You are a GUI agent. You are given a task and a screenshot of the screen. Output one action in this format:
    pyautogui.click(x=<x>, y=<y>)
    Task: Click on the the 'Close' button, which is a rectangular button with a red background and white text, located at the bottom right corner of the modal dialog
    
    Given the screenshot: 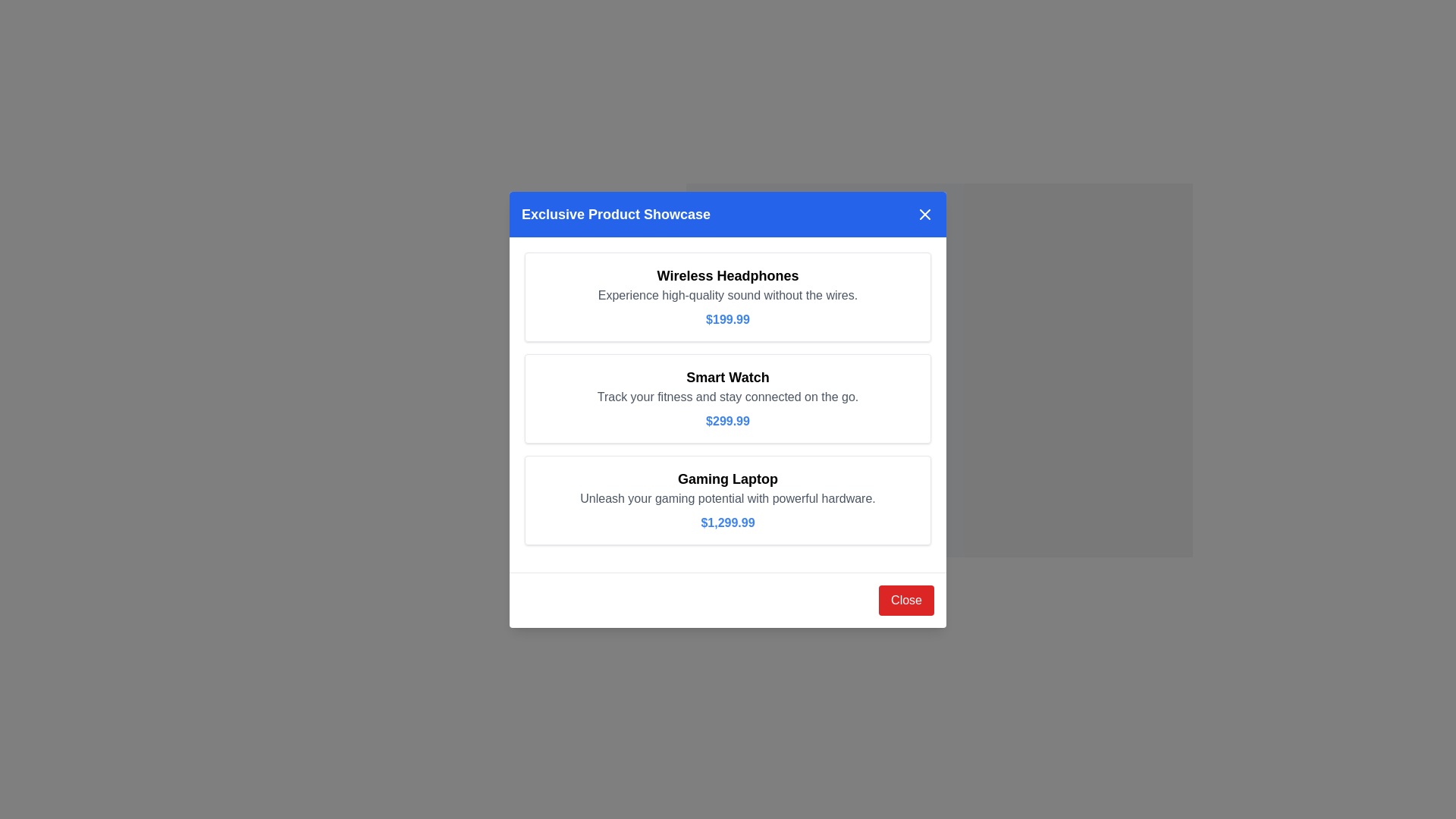 What is the action you would take?
    pyautogui.click(x=906, y=599)
    